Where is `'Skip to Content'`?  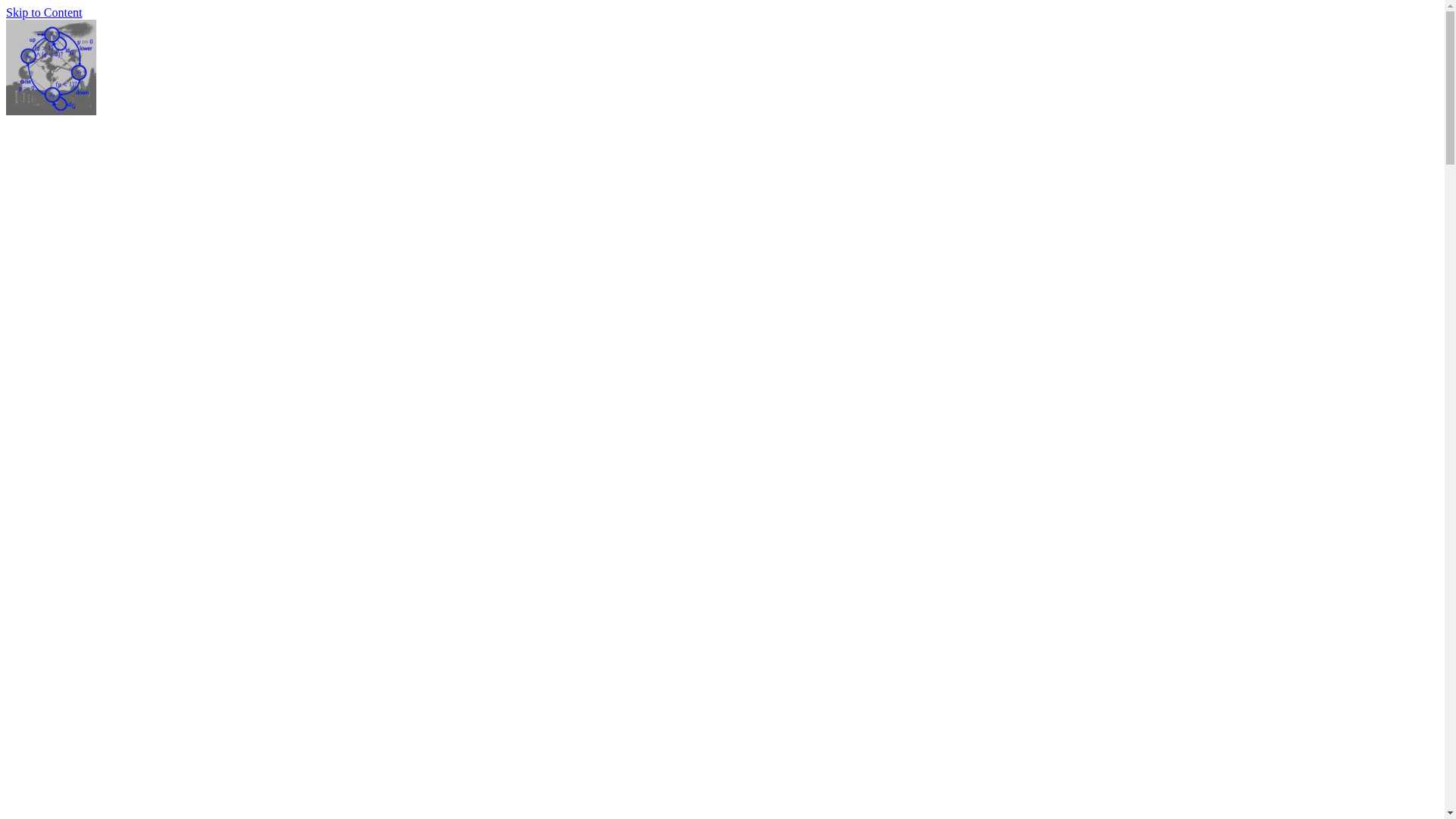
'Skip to Content' is located at coordinates (43, 12).